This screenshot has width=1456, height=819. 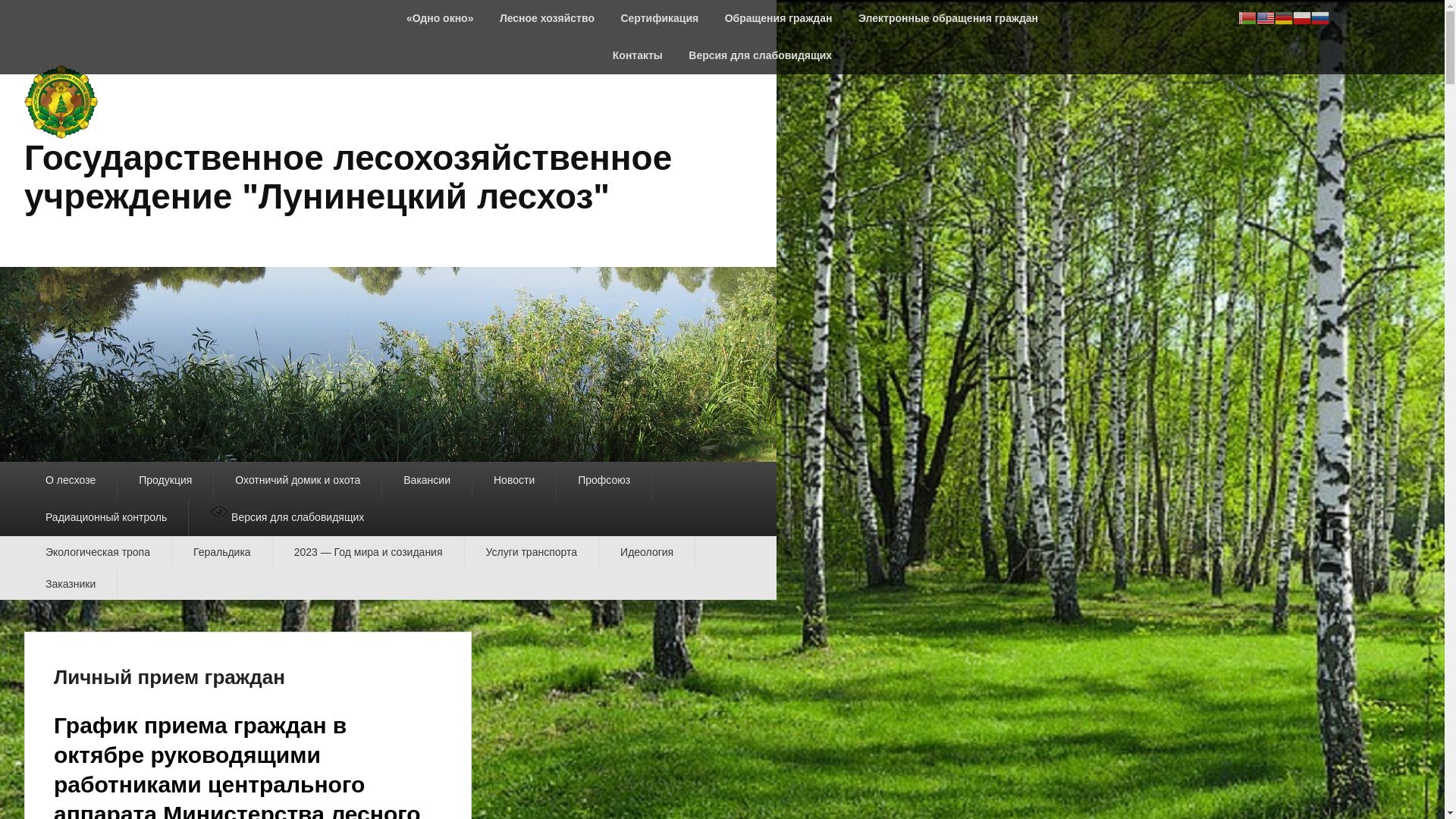 What do you see at coordinates (1301, 17) in the screenshot?
I see `'Polish'` at bounding box center [1301, 17].